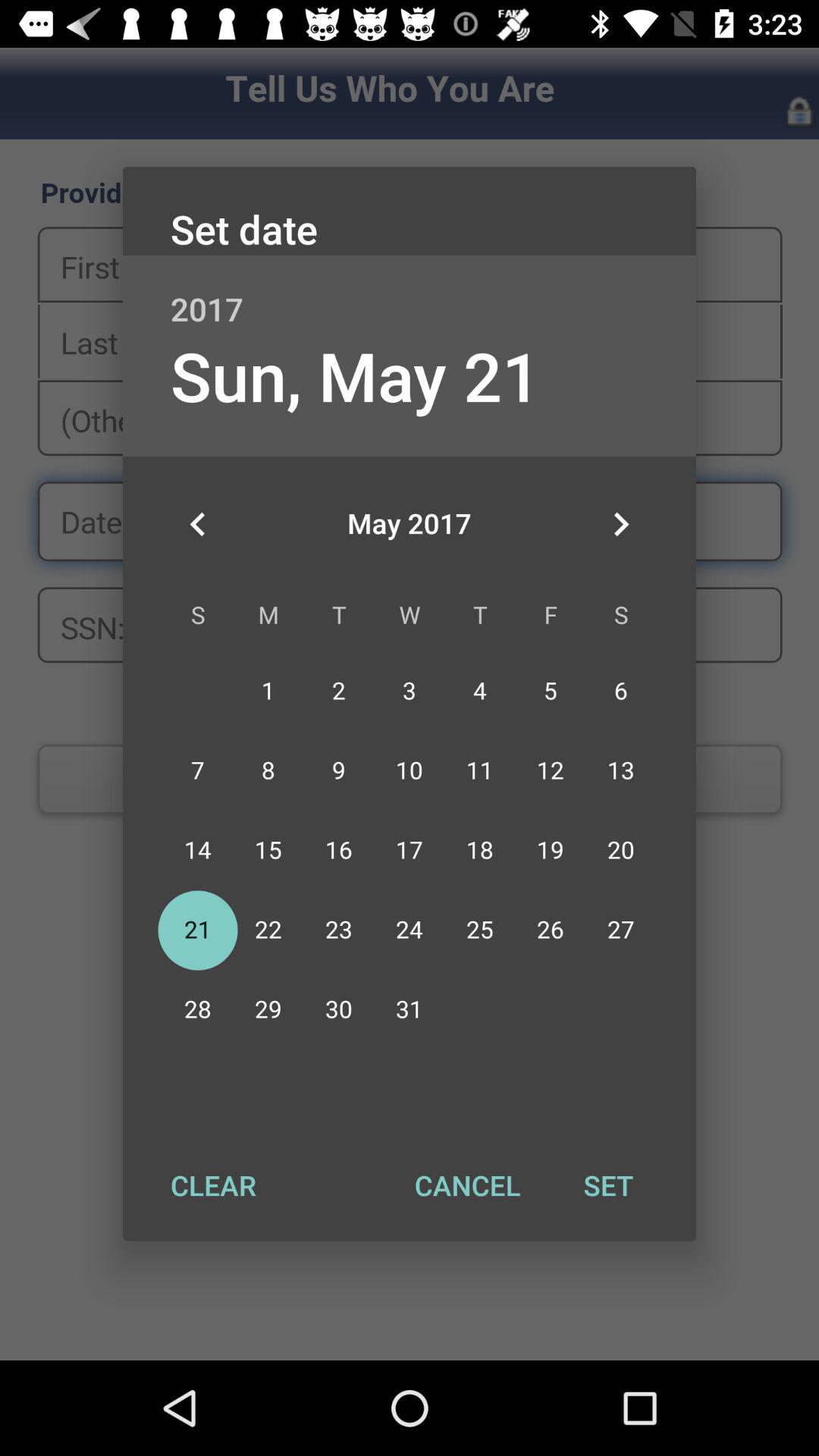 Image resolution: width=819 pixels, height=1456 pixels. Describe the element at coordinates (466, 1185) in the screenshot. I see `the cancel item` at that location.